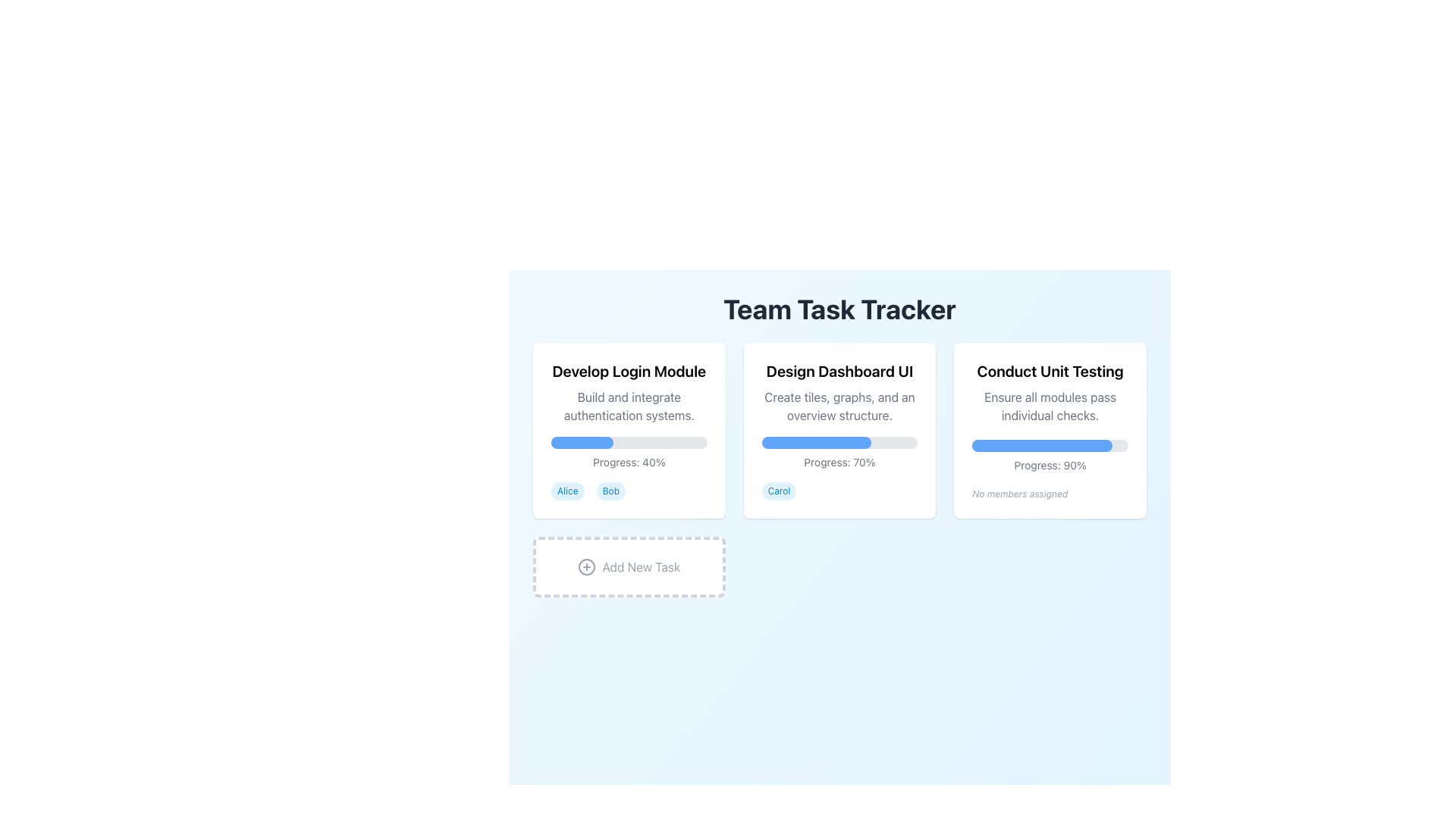 This screenshot has height=819, width=1456. Describe the element at coordinates (1050, 430) in the screenshot. I see `the card titled 'Conduct Unit Testing'` at that location.